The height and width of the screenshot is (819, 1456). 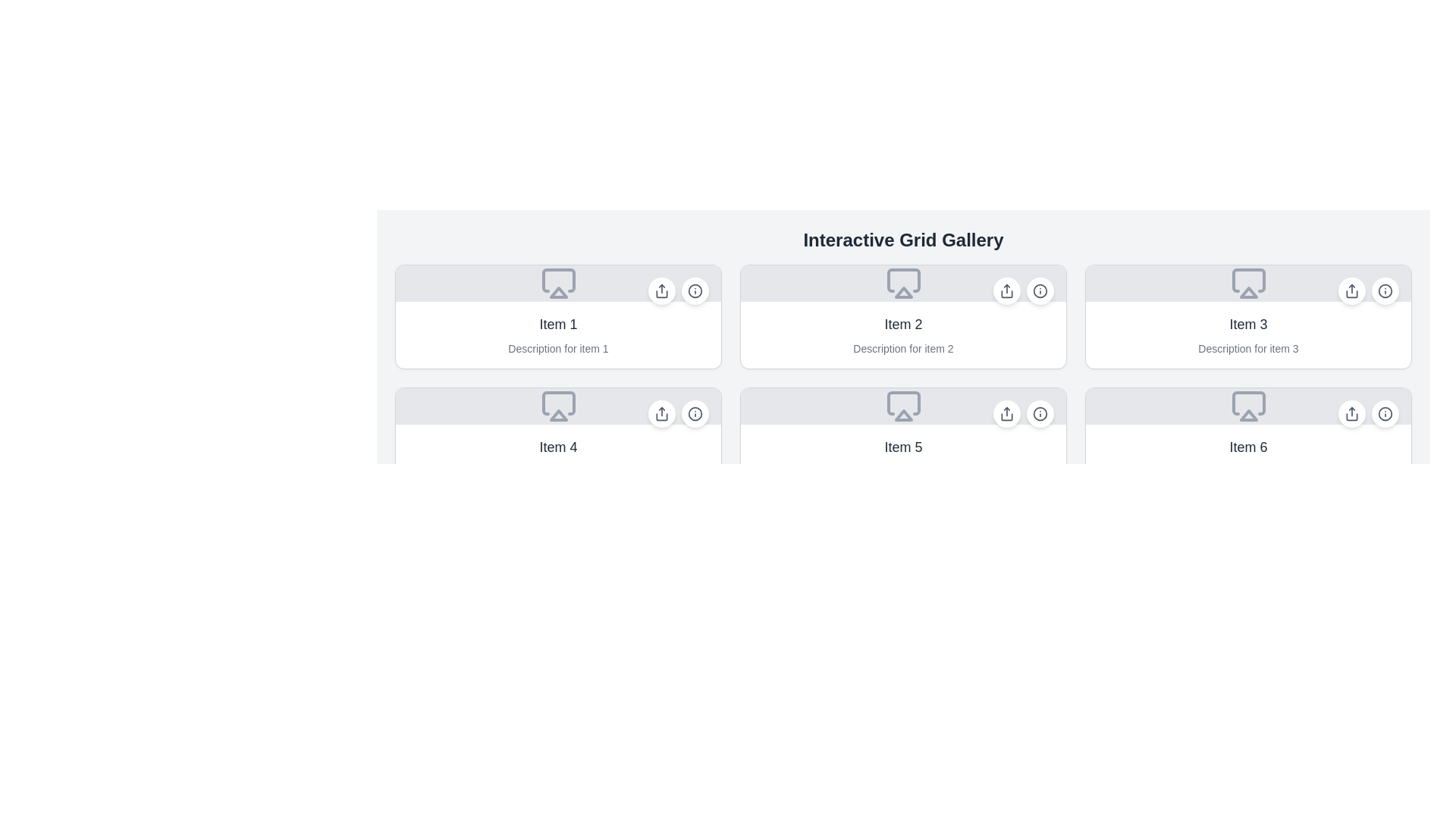 I want to click on the information button located in the top-right corner of the grid section for the second item in the first row, so click(x=1040, y=291).